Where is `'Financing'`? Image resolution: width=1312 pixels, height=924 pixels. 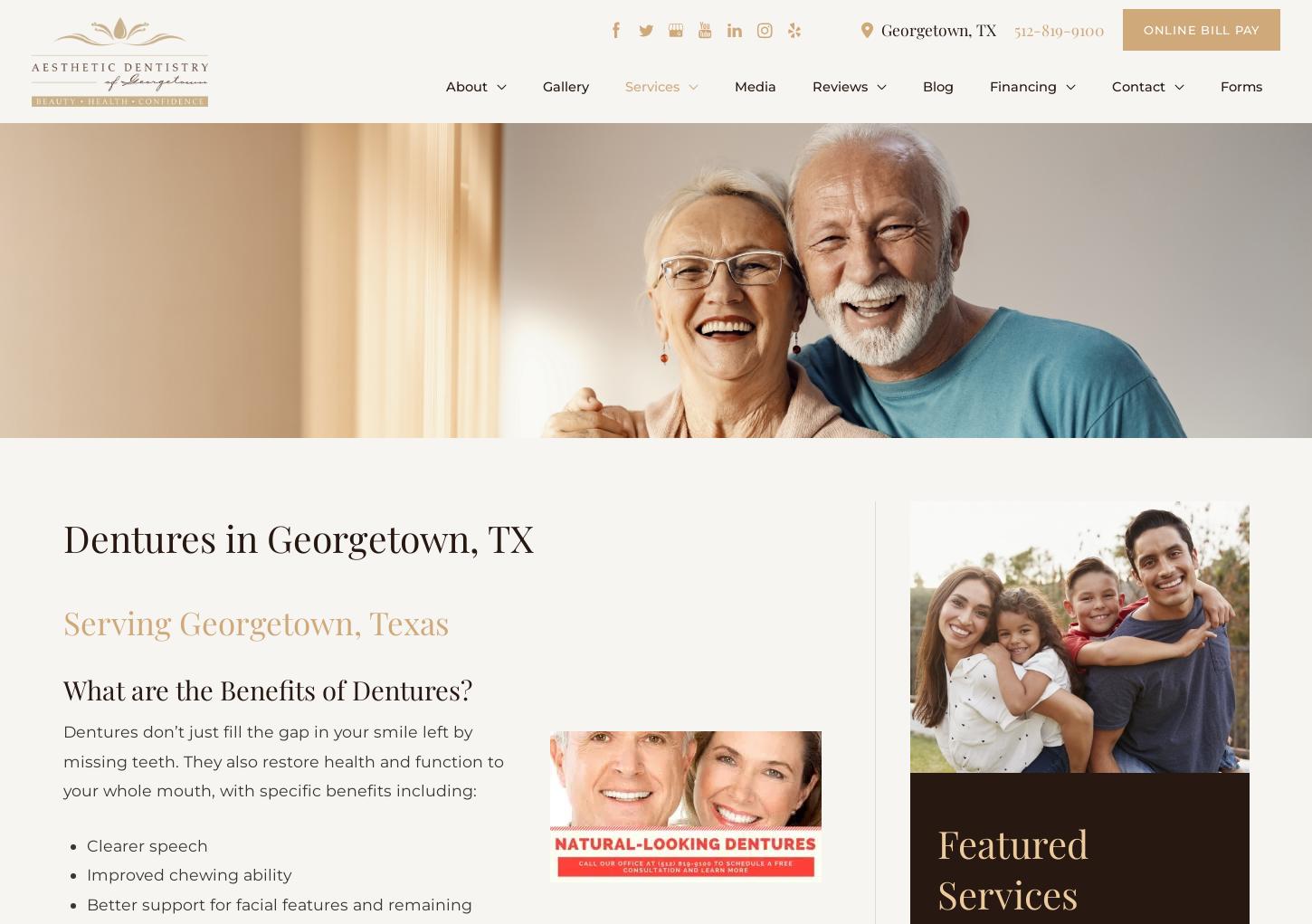 'Financing' is located at coordinates (1038, 85).